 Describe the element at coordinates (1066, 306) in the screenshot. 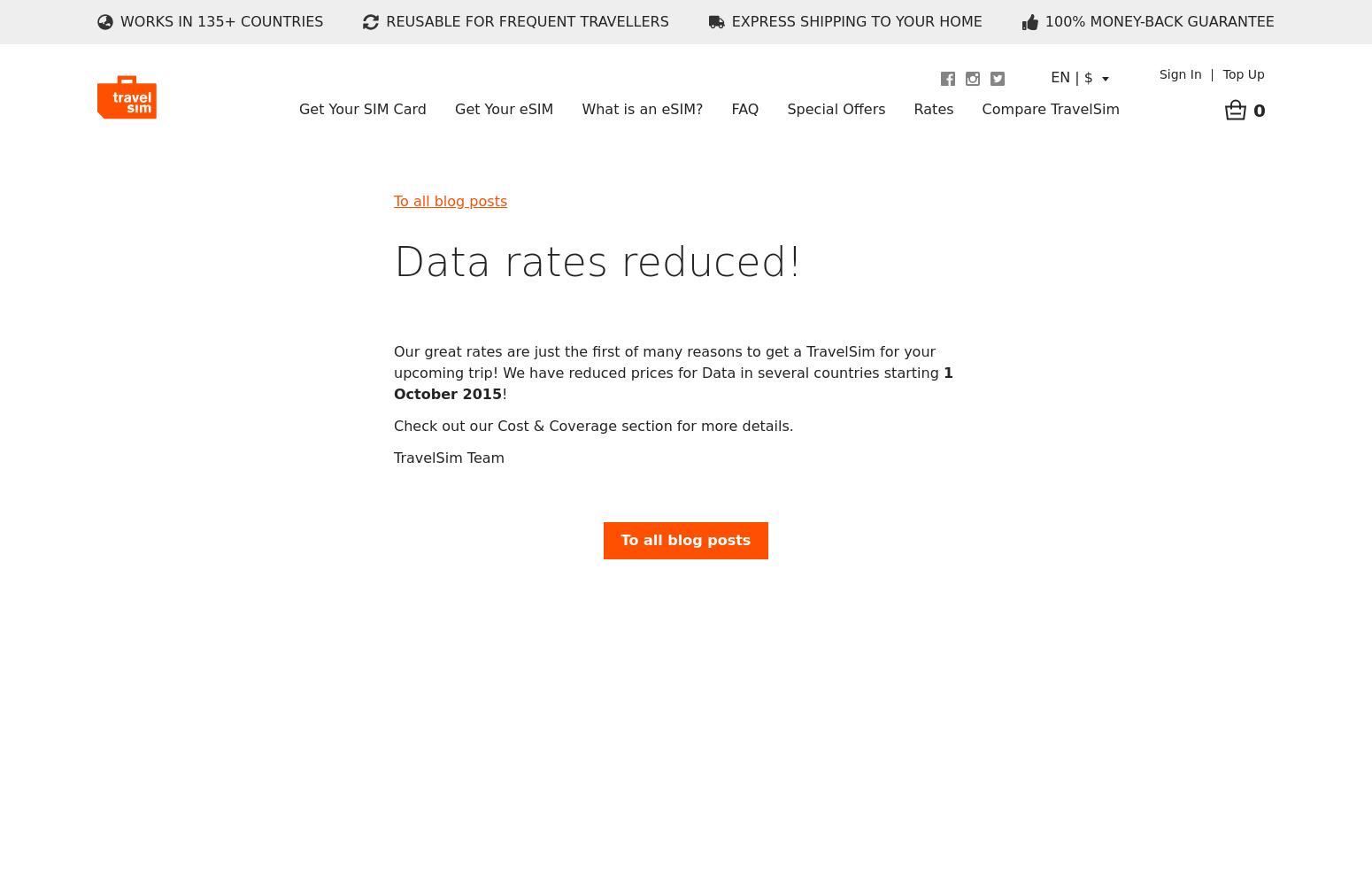

I see `'Telstra vs TravelSim'` at that location.